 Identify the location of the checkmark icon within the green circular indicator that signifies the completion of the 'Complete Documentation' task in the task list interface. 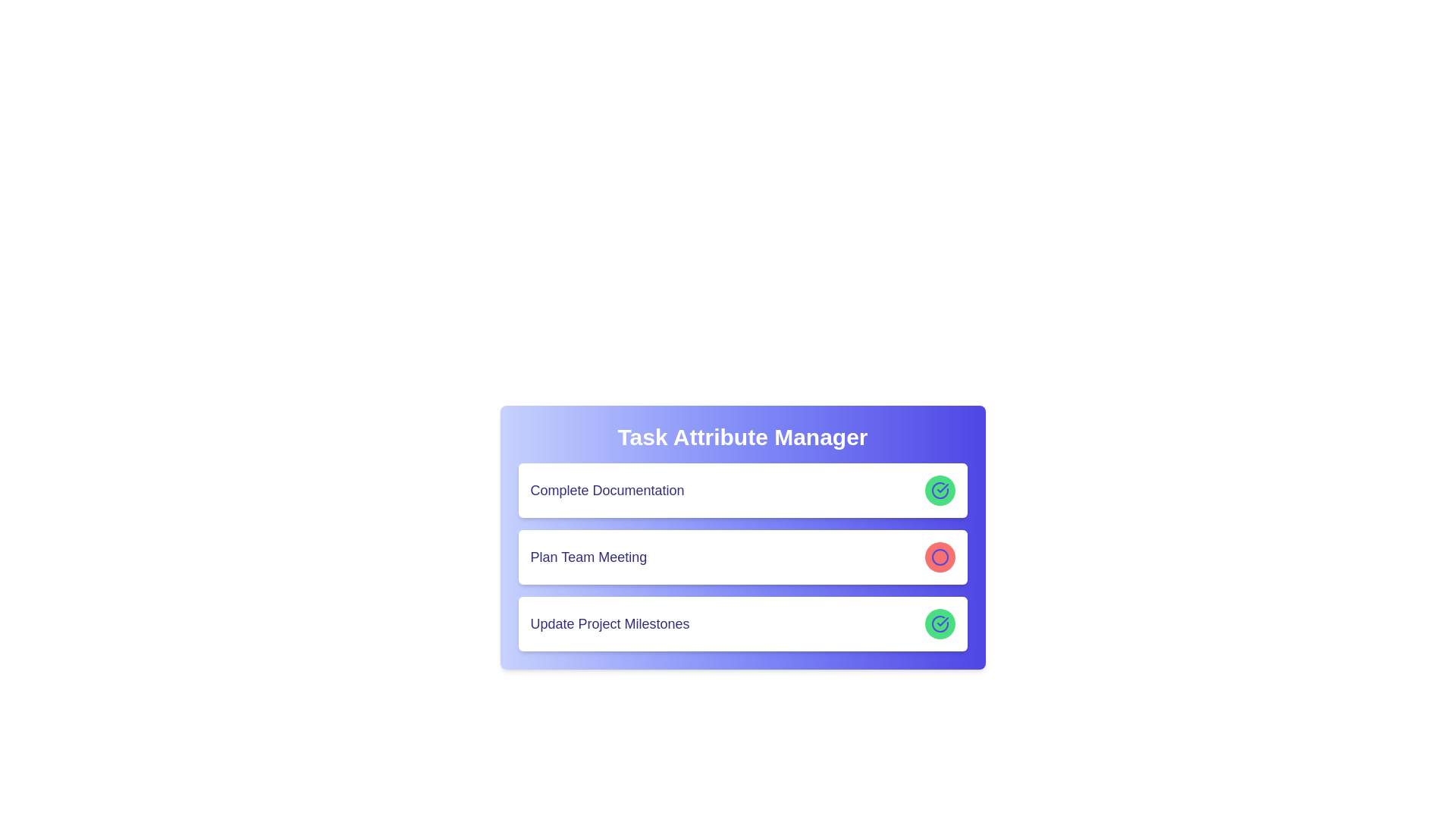
(942, 622).